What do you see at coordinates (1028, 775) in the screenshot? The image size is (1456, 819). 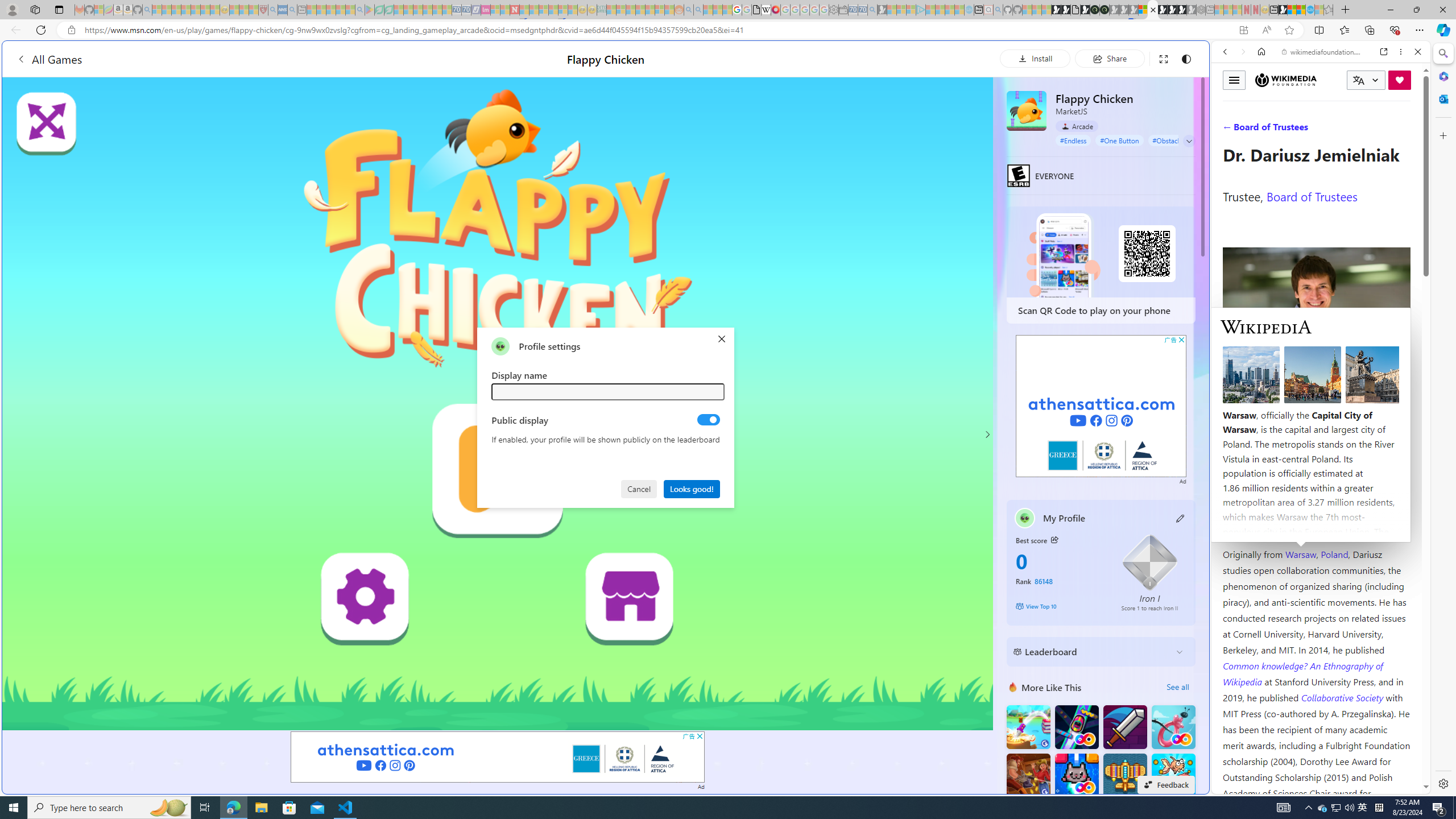 I see `'Saloon Robbery'` at bounding box center [1028, 775].